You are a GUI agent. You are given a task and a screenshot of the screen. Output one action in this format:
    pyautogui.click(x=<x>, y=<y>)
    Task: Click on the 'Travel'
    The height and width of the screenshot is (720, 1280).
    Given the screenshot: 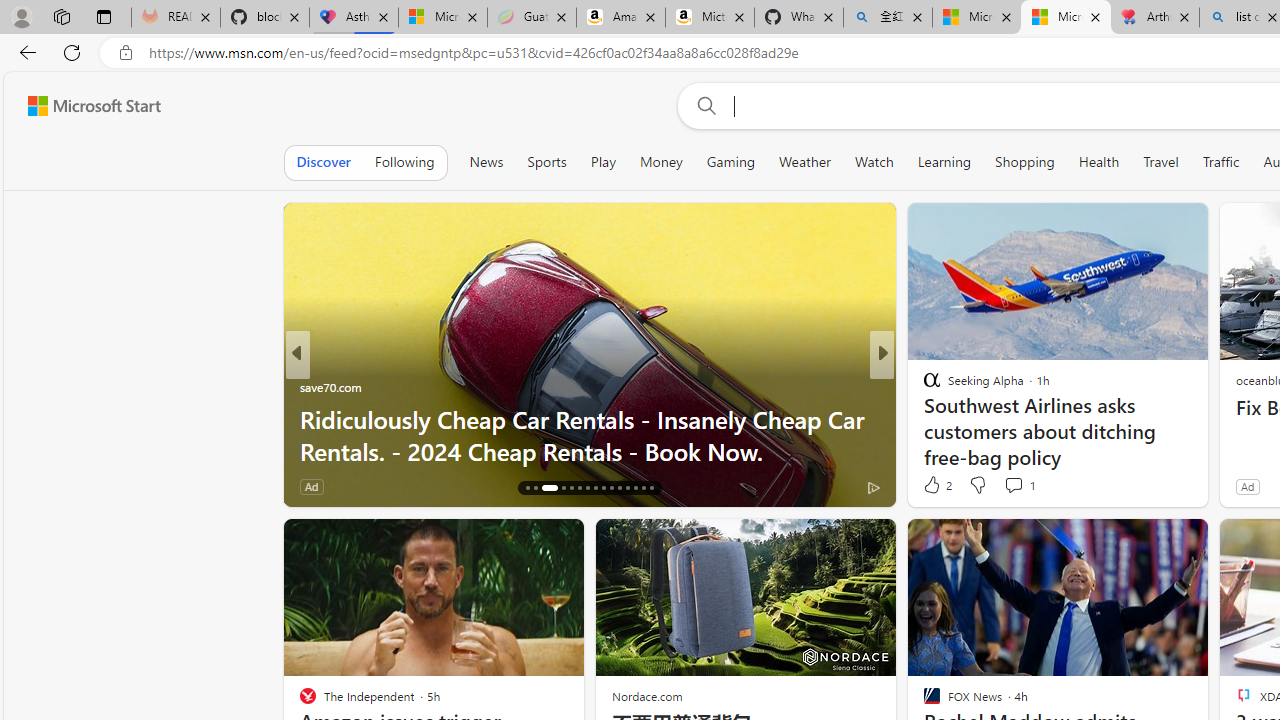 What is the action you would take?
    pyautogui.click(x=1160, y=161)
    